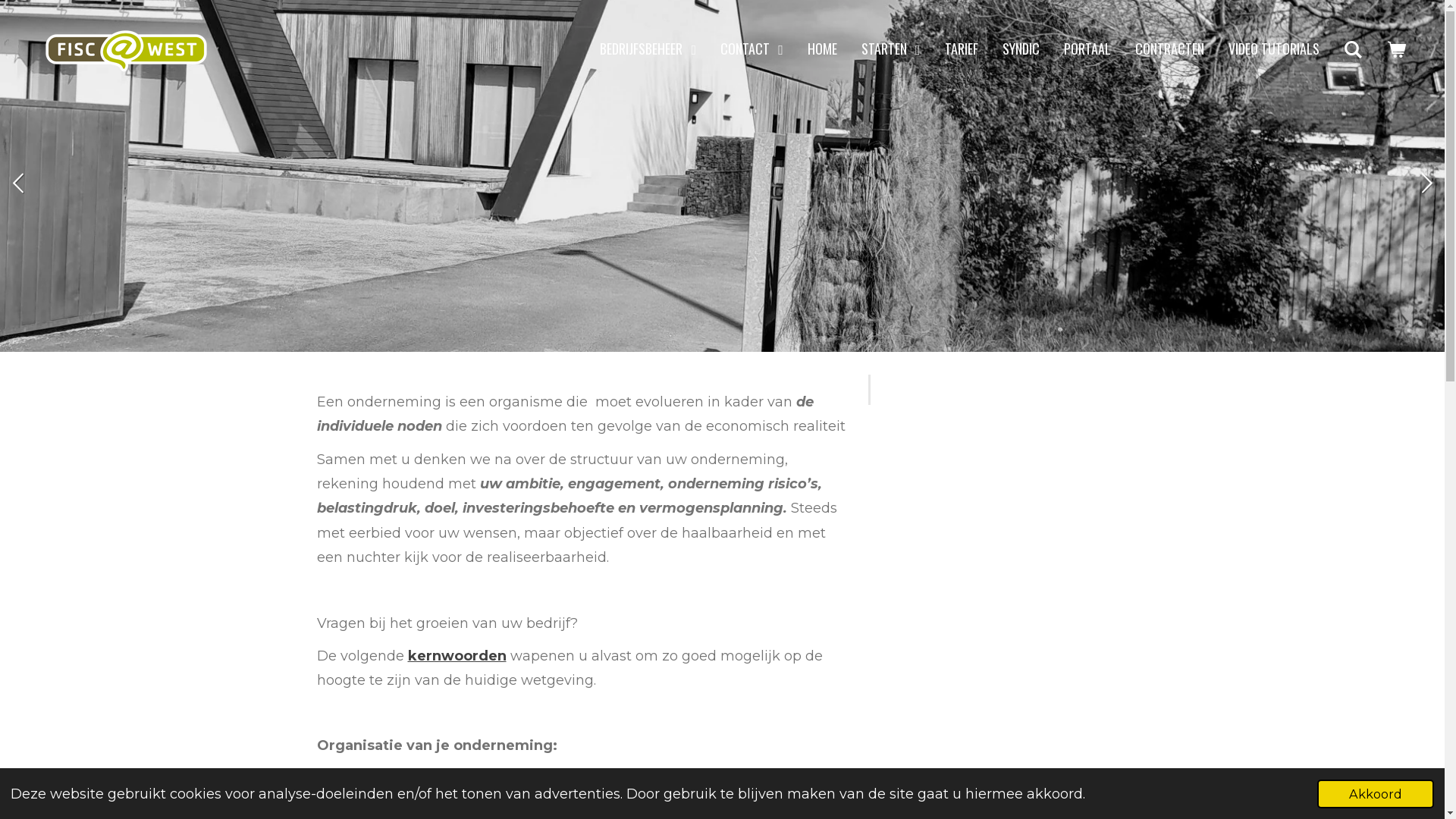 This screenshot has width=1456, height=819. What do you see at coordinates (852, 49) in the screenshot?
I see `'STARTEN'` at bounding box center [852, 49].